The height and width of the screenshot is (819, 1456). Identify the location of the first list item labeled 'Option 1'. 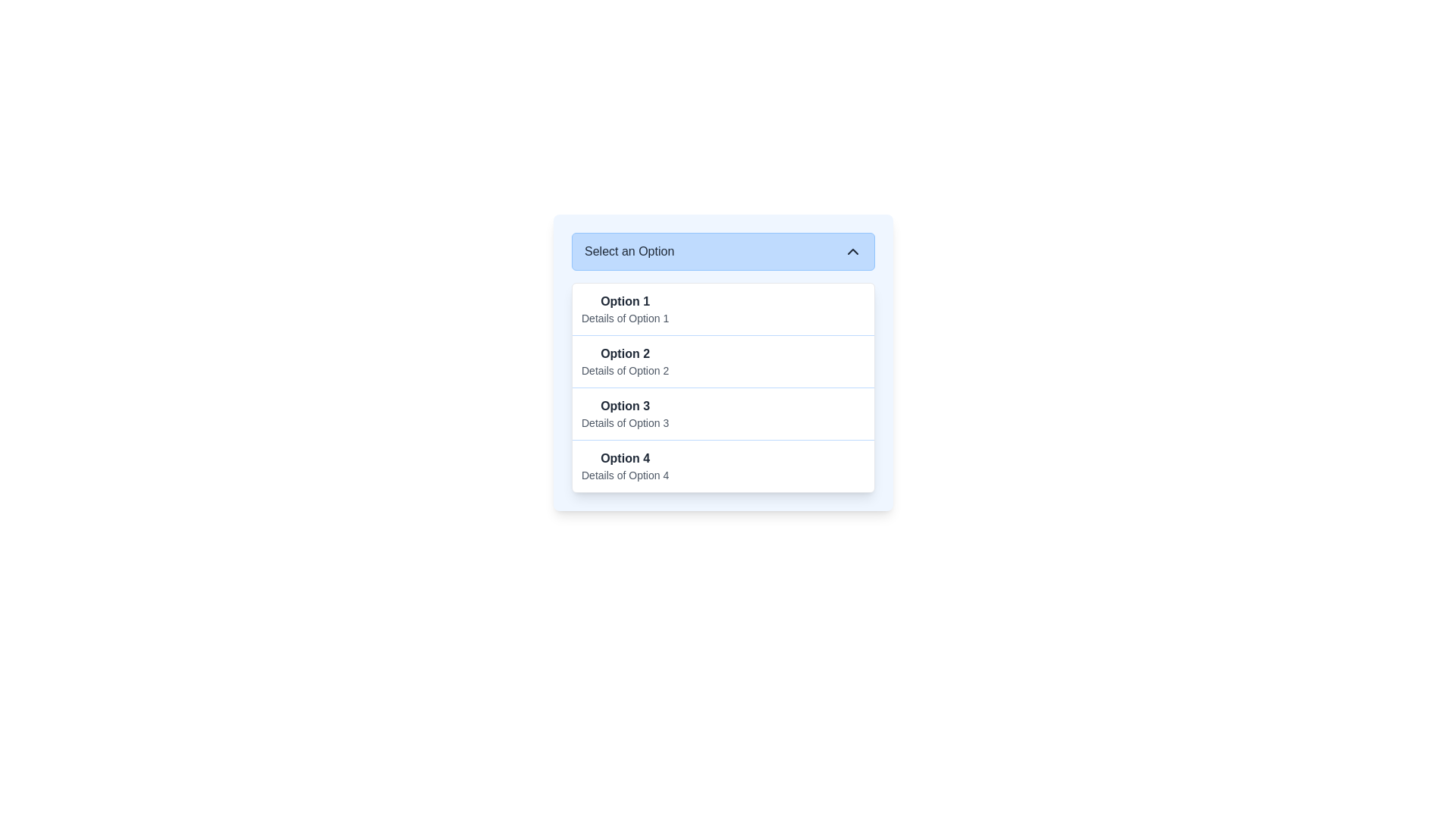
(723, 309).